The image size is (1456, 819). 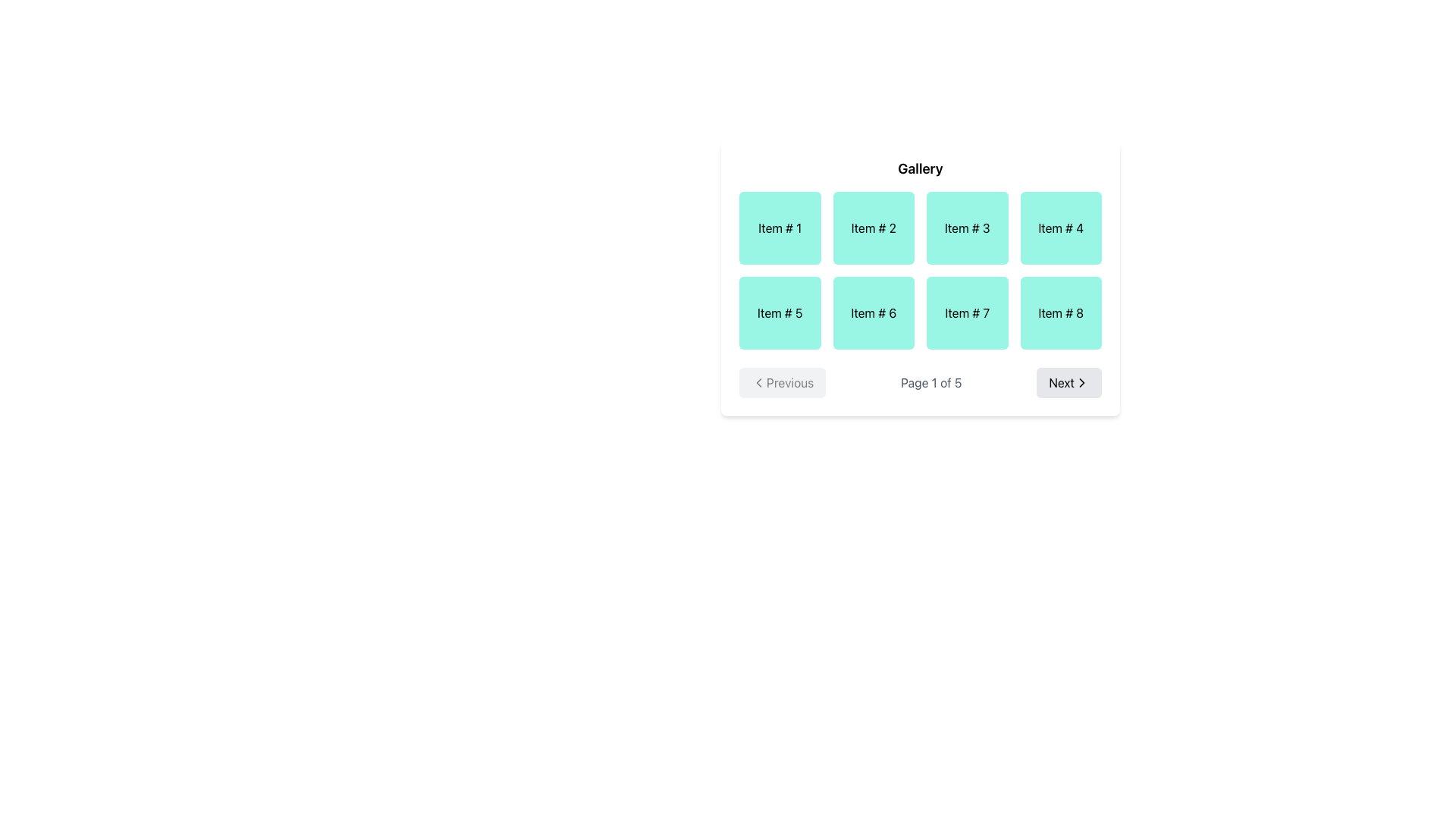 I want to click on the Text label in the first row, third column of the grid layout, which is positioned between 'Item # 2' and 'Item # 4', so click(x=966, y=227).